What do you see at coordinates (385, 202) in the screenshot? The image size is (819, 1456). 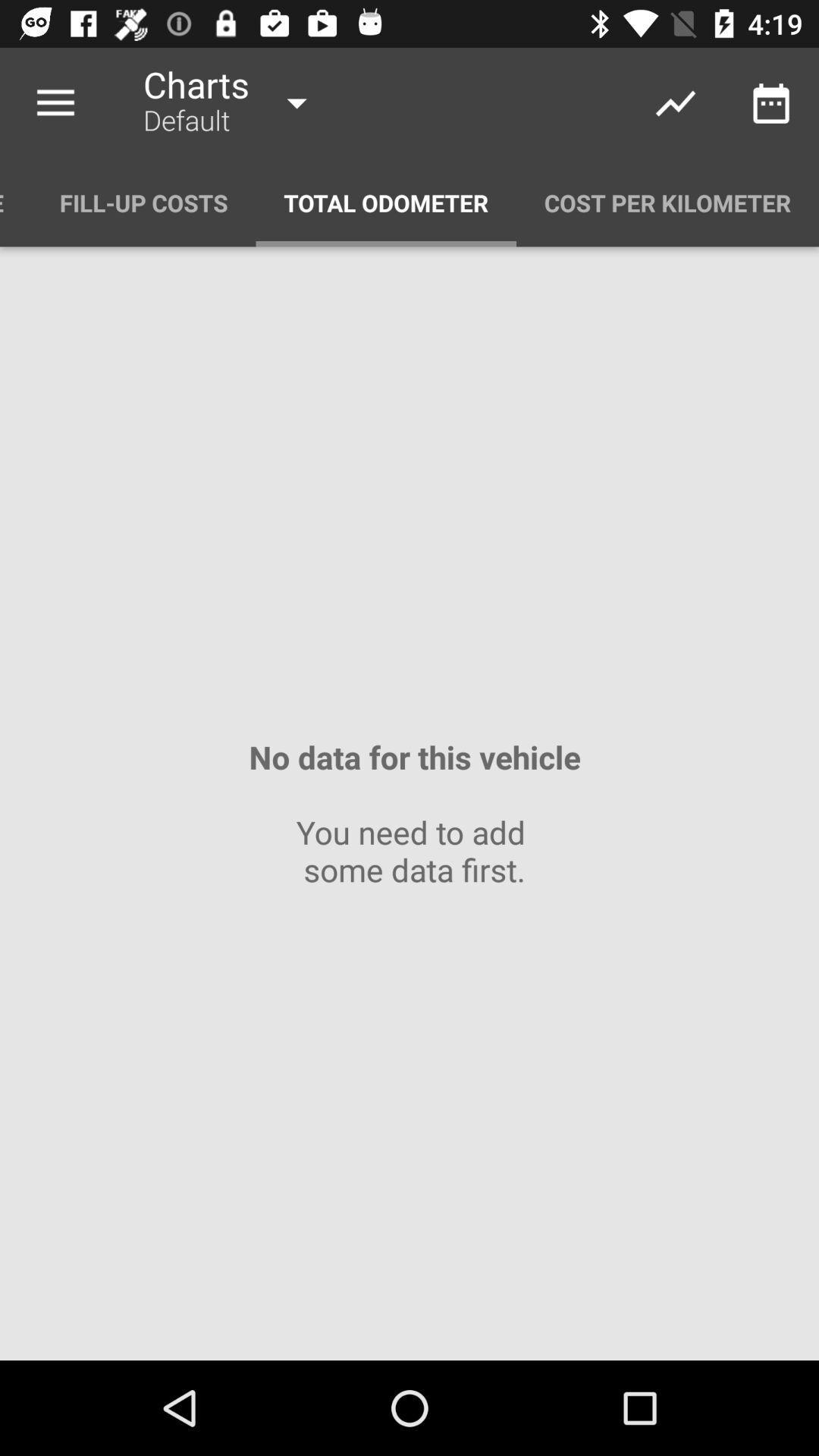 I see `icon above the no data for item` at bounding box center [385, 202].